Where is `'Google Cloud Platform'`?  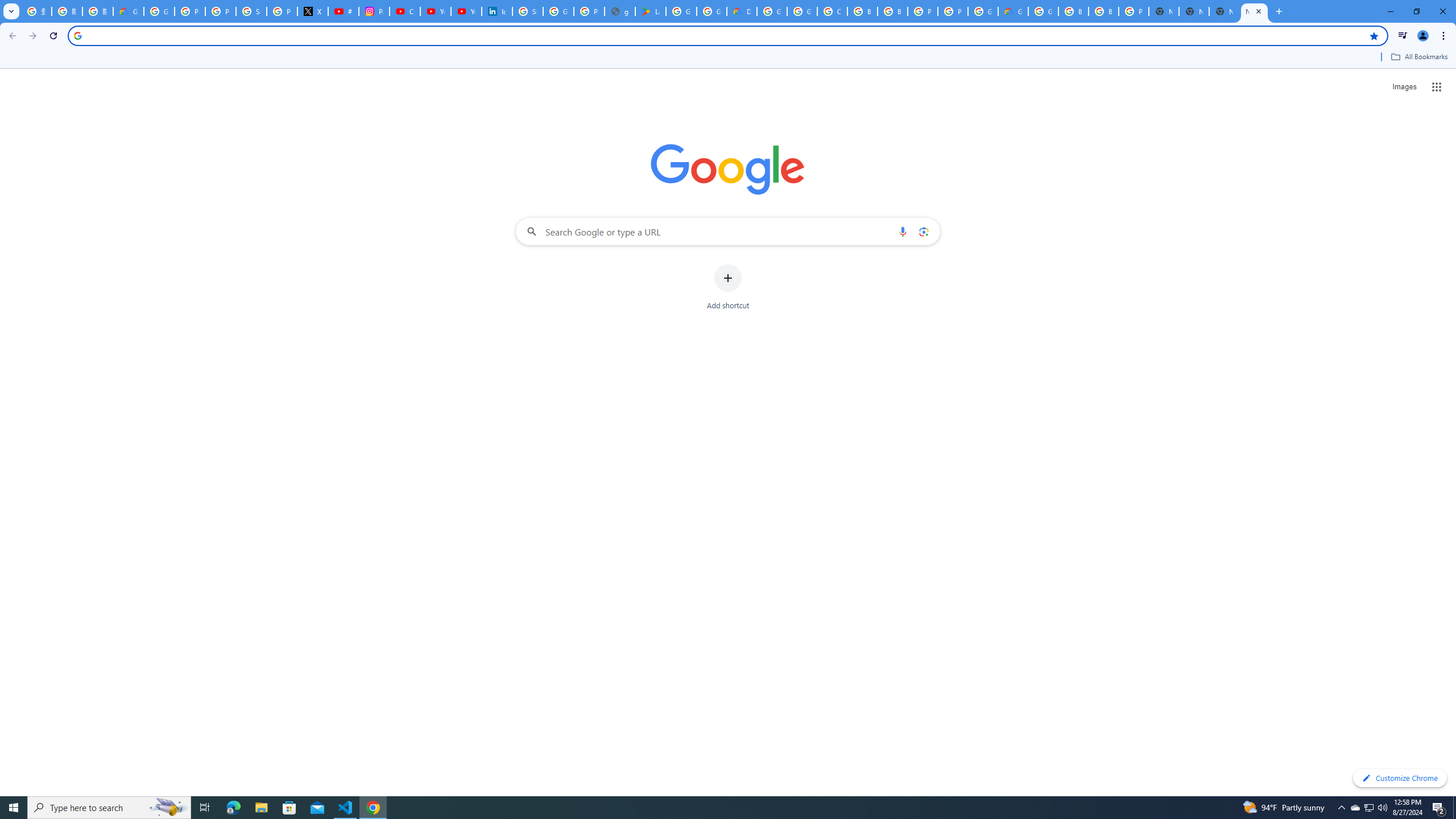
'Google Cloud Platform' is located at coordinates (1043, 11).